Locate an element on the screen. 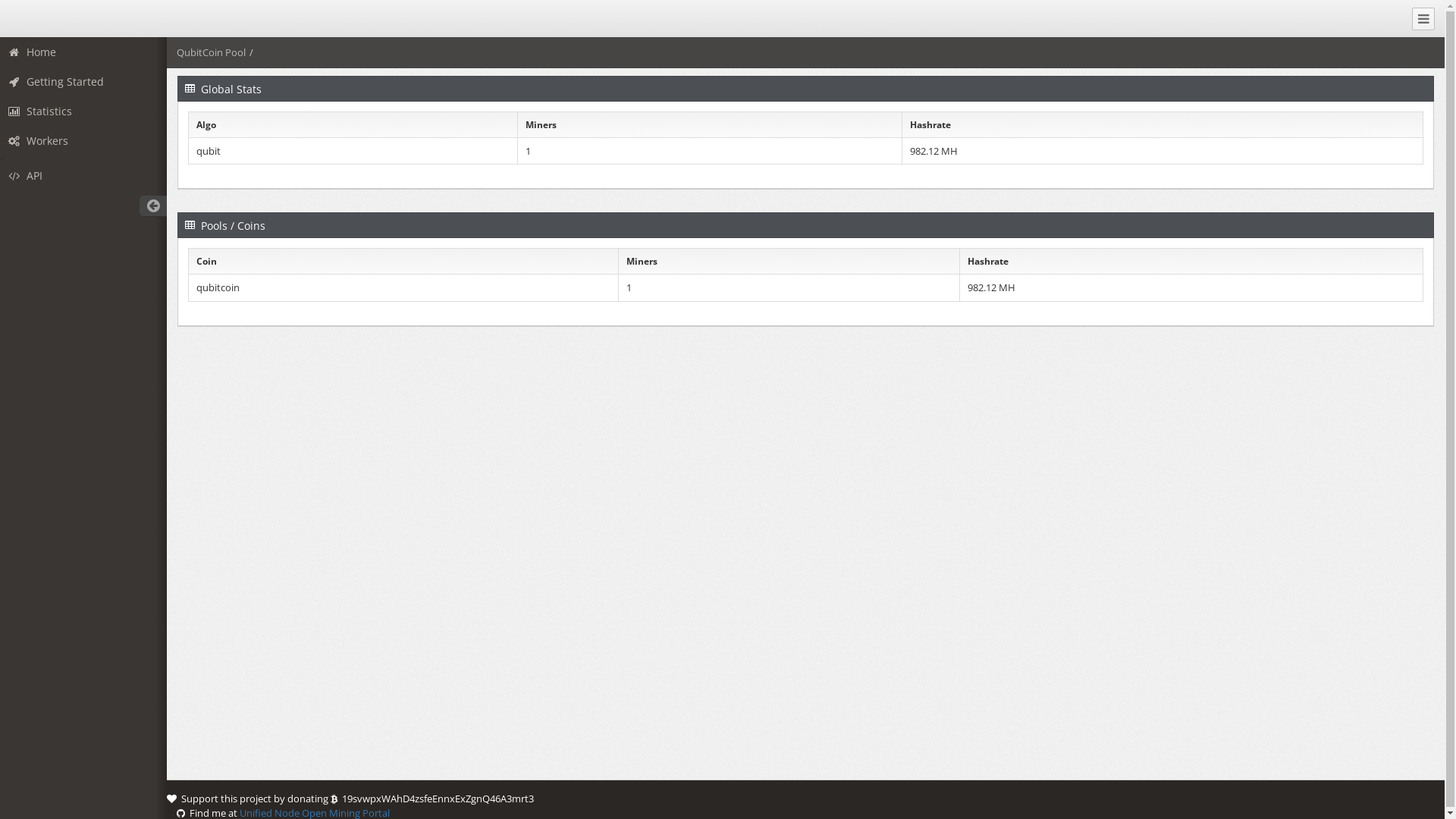  'Collapse Menu' is located at coordinates (1422, 18).